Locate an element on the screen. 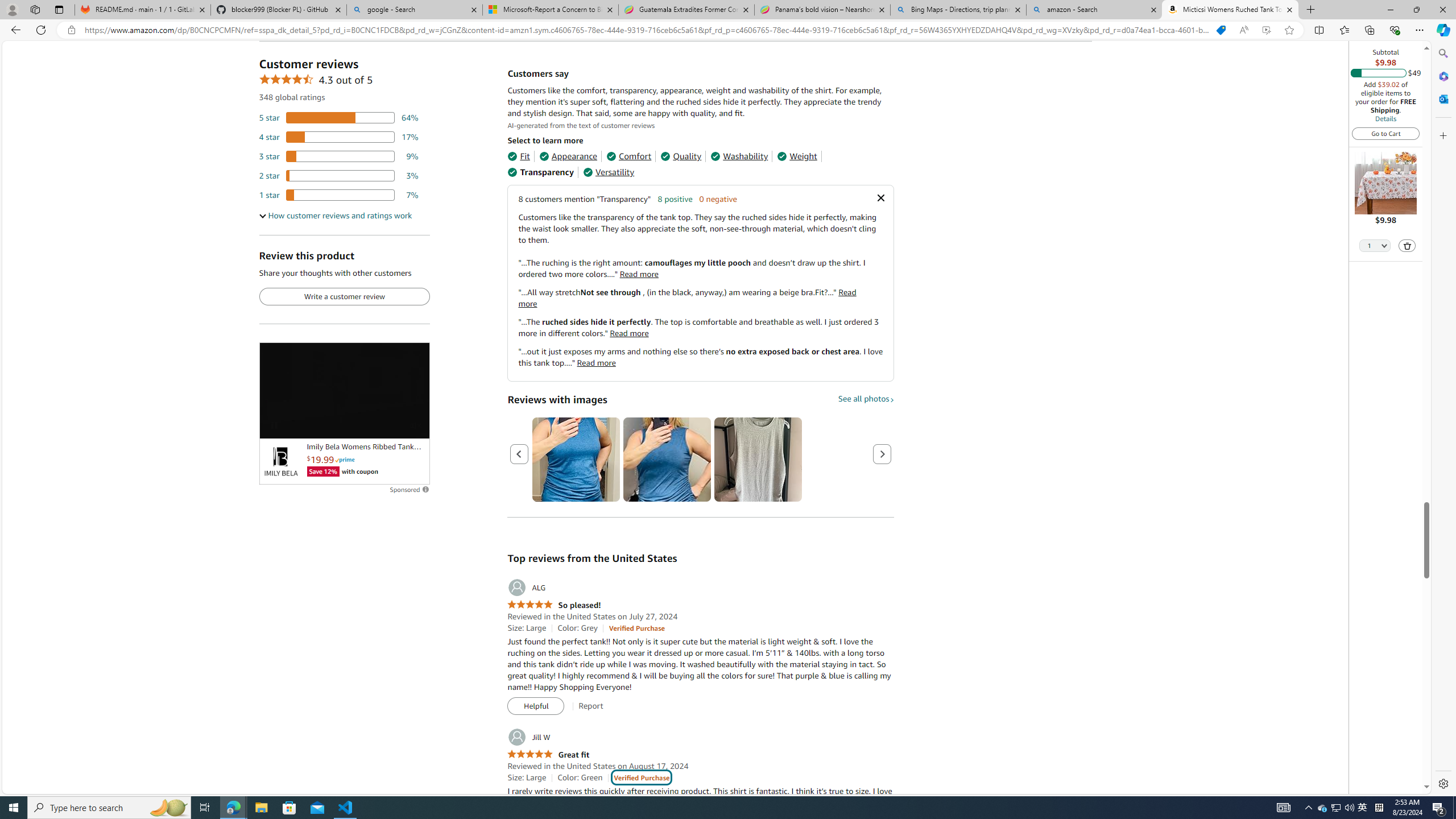 The image size is (1456, 819). '64 percent of reviews have 5 stars' is located at coordinates (338, 117).